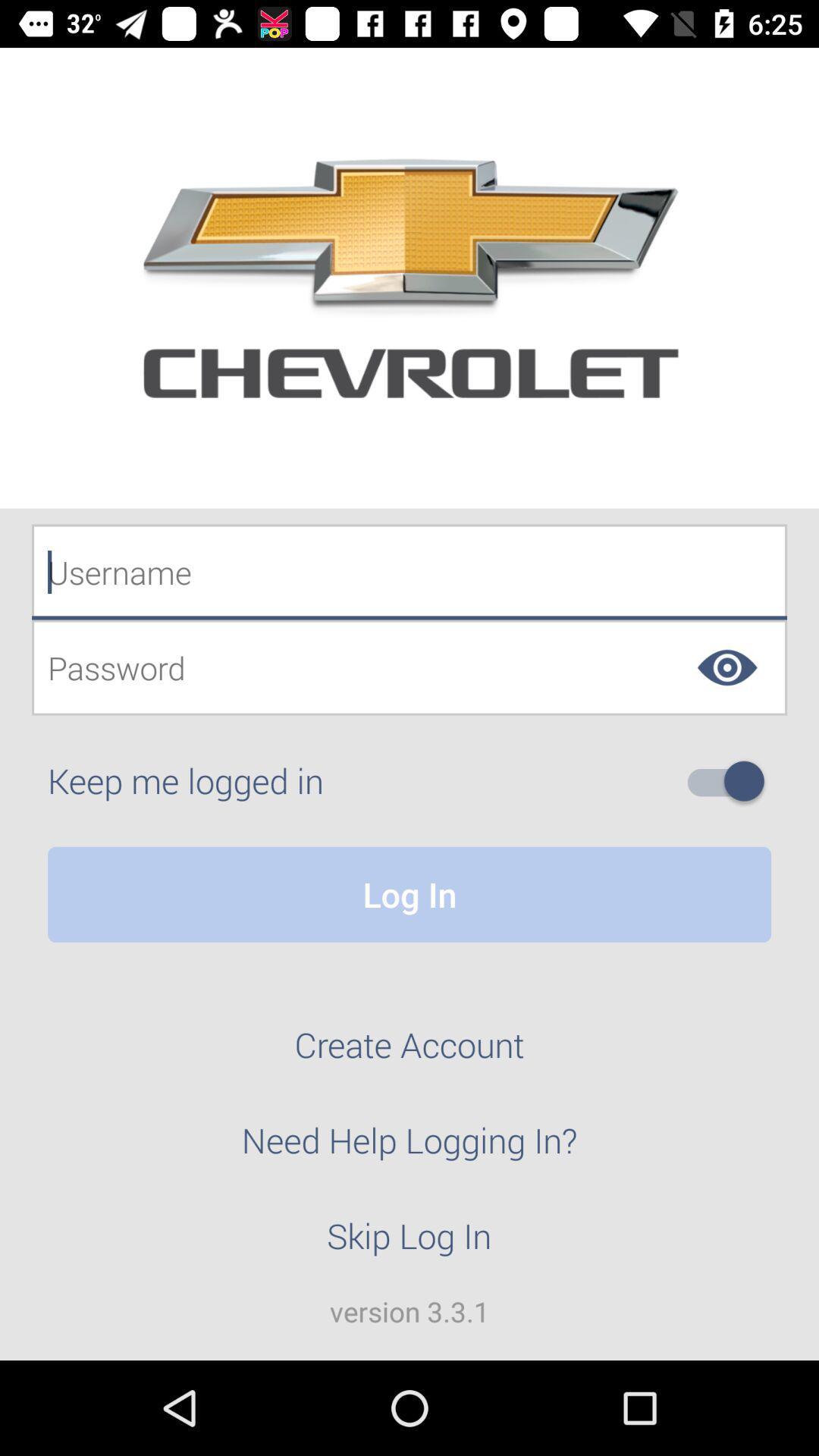 This screenshot has width=819, height=1456. Describe the element at coordinates (409, 667) in the screenshot. I see `your password` at that location.